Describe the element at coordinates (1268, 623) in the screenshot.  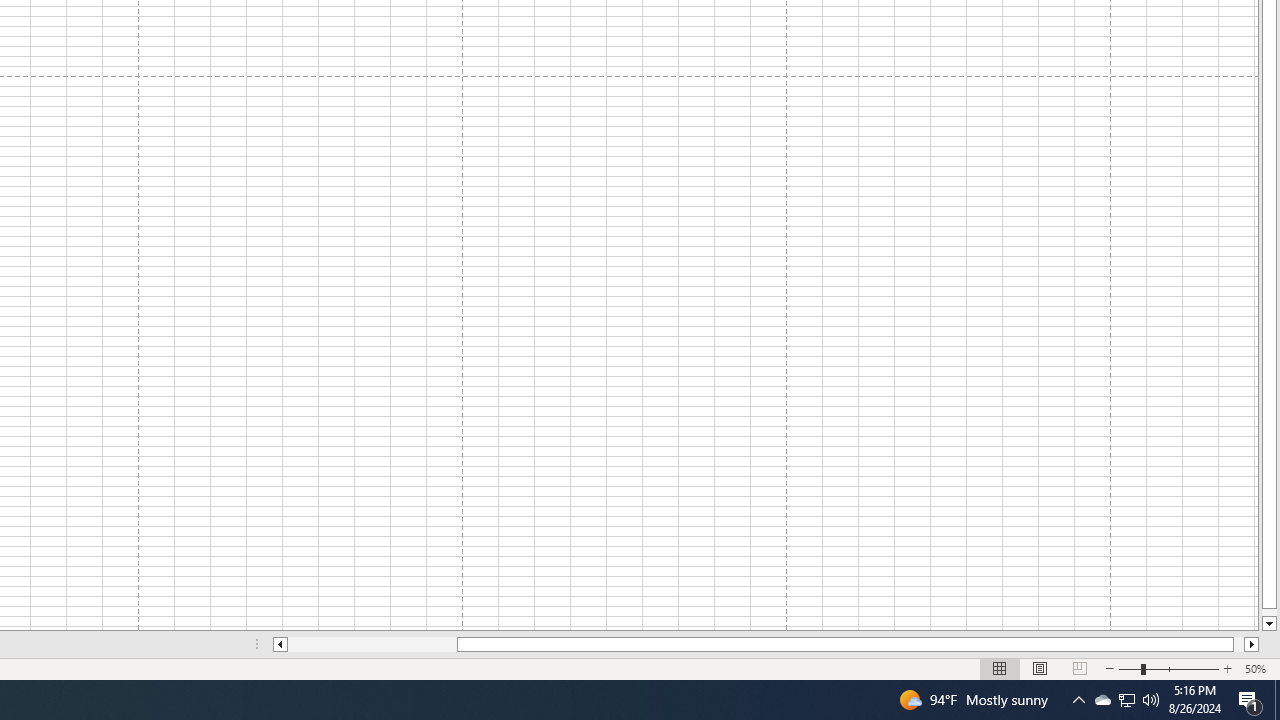
I see `'Line down'` at that location.